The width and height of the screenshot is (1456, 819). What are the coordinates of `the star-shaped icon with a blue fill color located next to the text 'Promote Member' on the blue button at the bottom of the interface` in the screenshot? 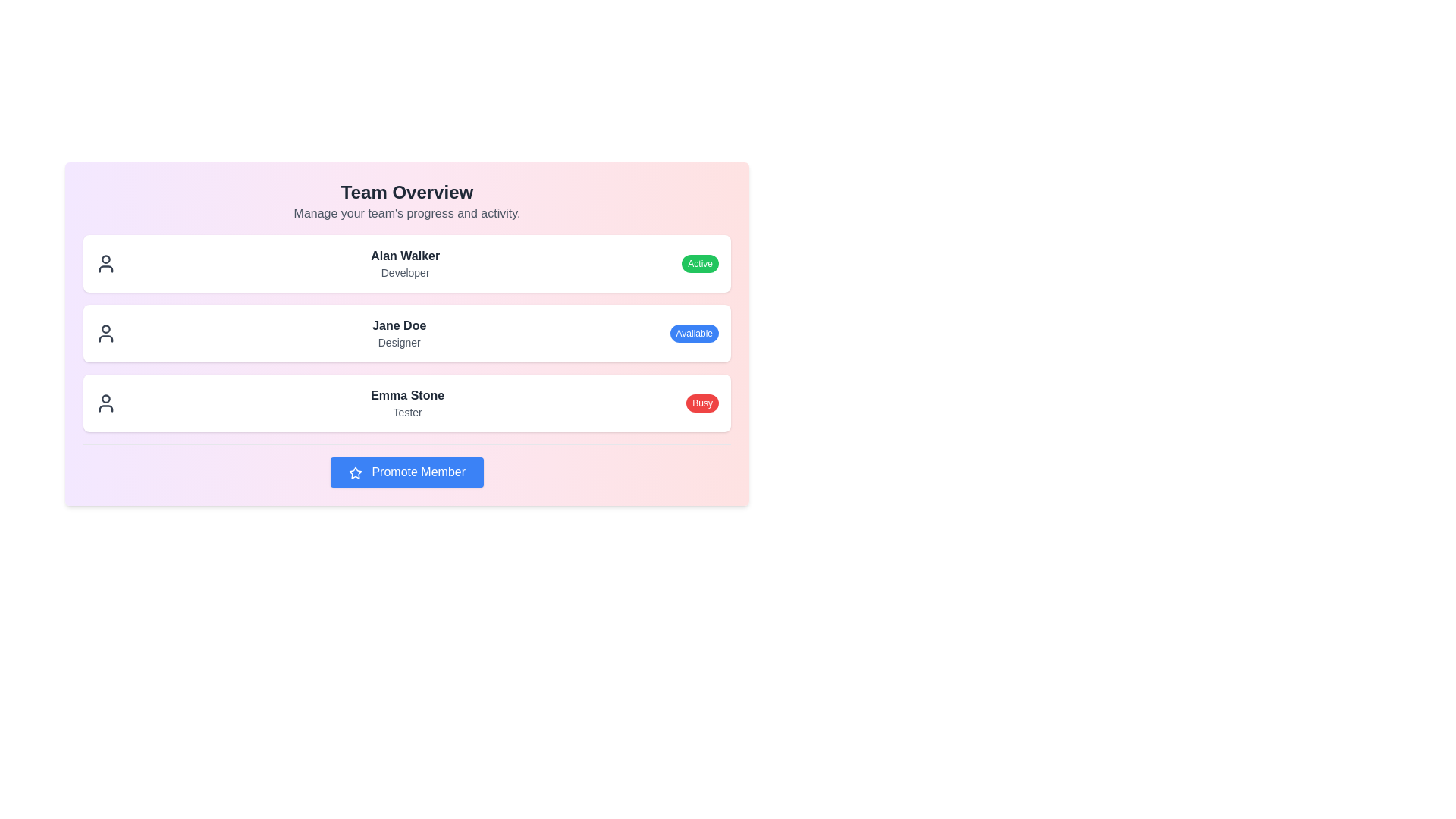 It's located at (355, 472).